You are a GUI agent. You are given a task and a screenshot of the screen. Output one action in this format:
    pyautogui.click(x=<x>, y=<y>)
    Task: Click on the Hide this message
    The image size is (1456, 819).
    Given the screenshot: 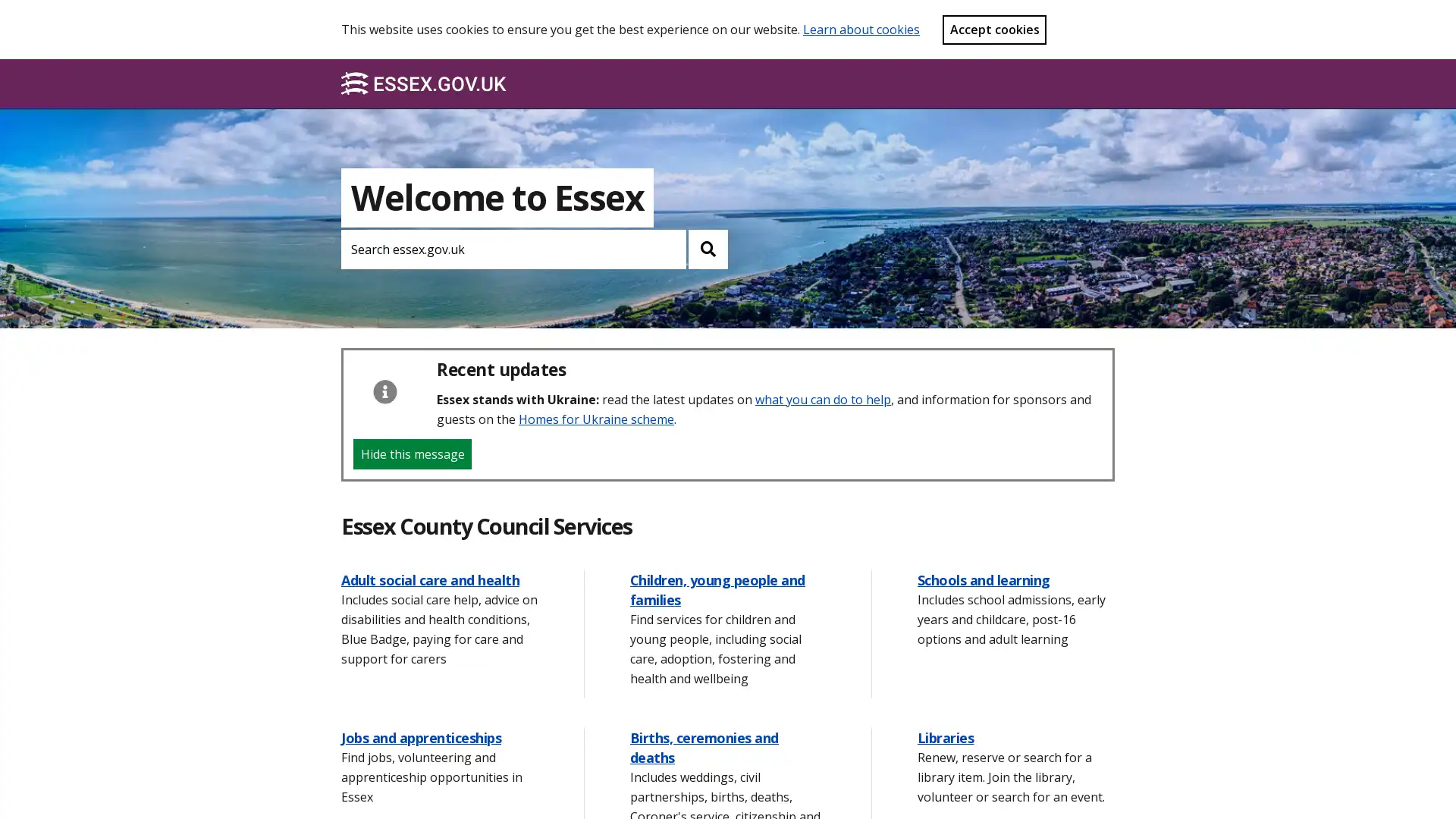 What is the action you would take?
    pyautogui.click(x=412, y=453)
    